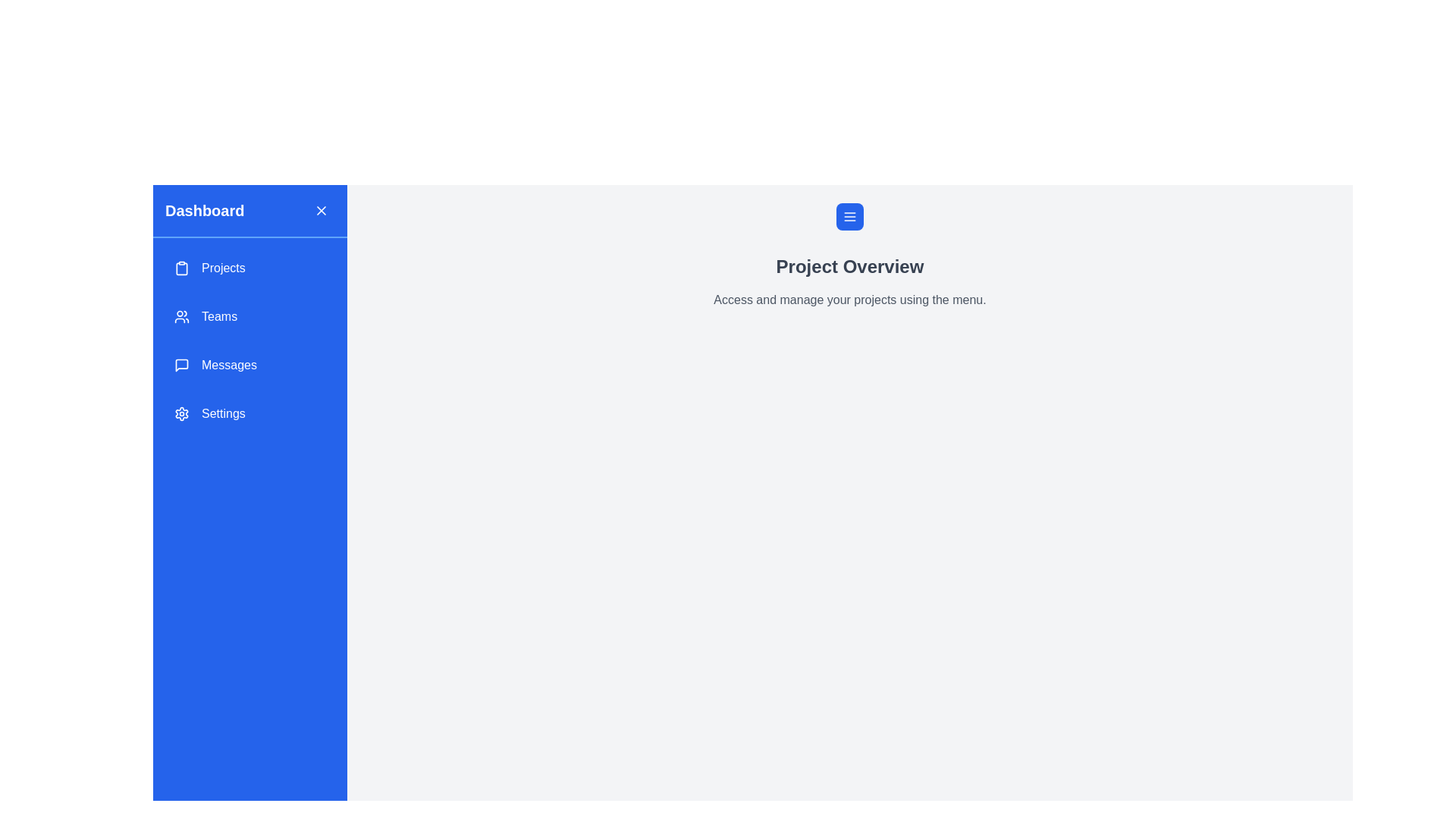  What do you see at coordinates (850, 300) in the screenshot?
I see `the static text element that reads 'Access and manage your projects using the menu', which is positioned below the header 'Project Overview'` at bounding box center [850, 300].